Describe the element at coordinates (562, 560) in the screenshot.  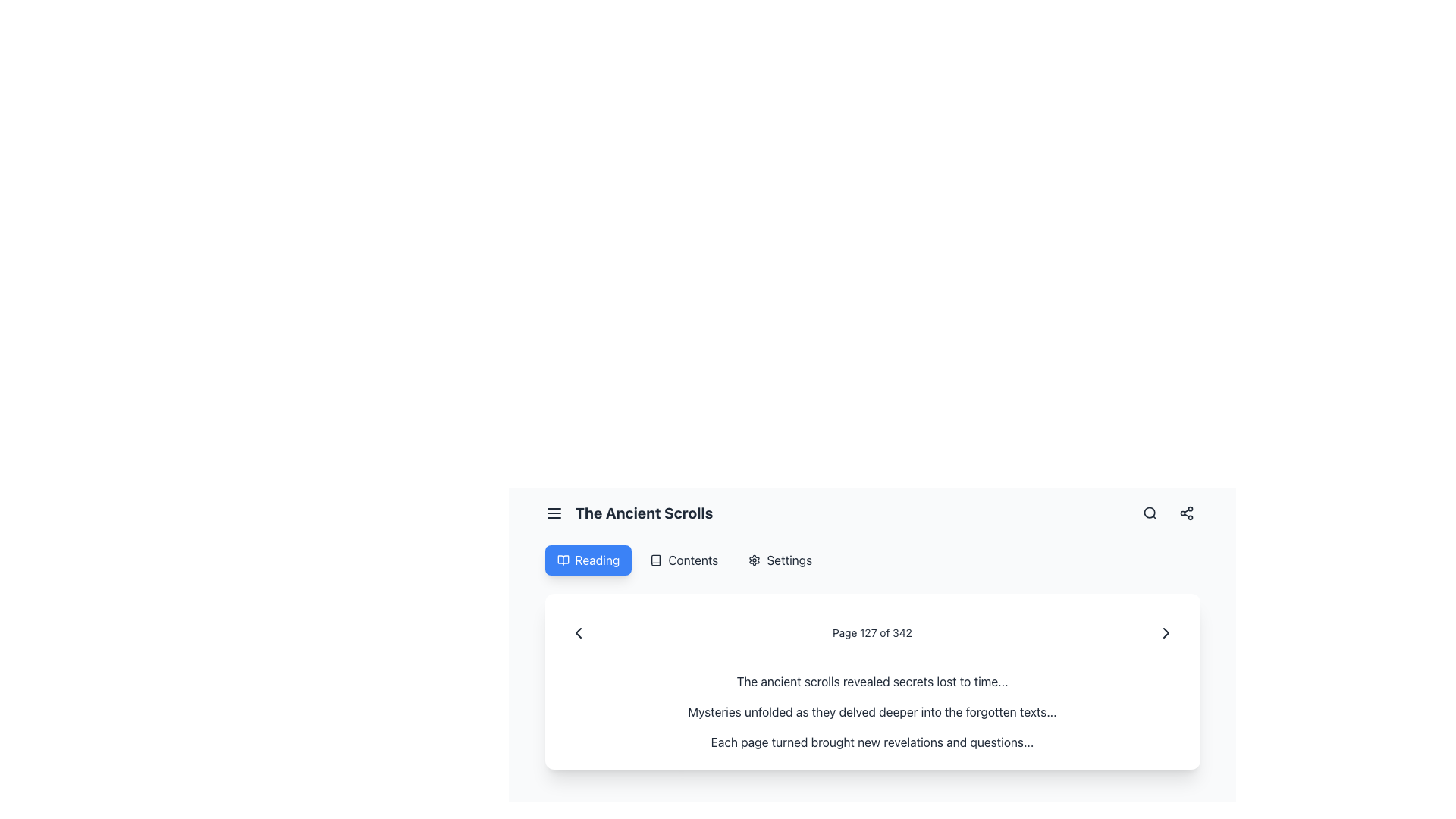
I see `the 'Reading' button, which is visually indicated by an icon, to navigate to a reading-related view` at that location.